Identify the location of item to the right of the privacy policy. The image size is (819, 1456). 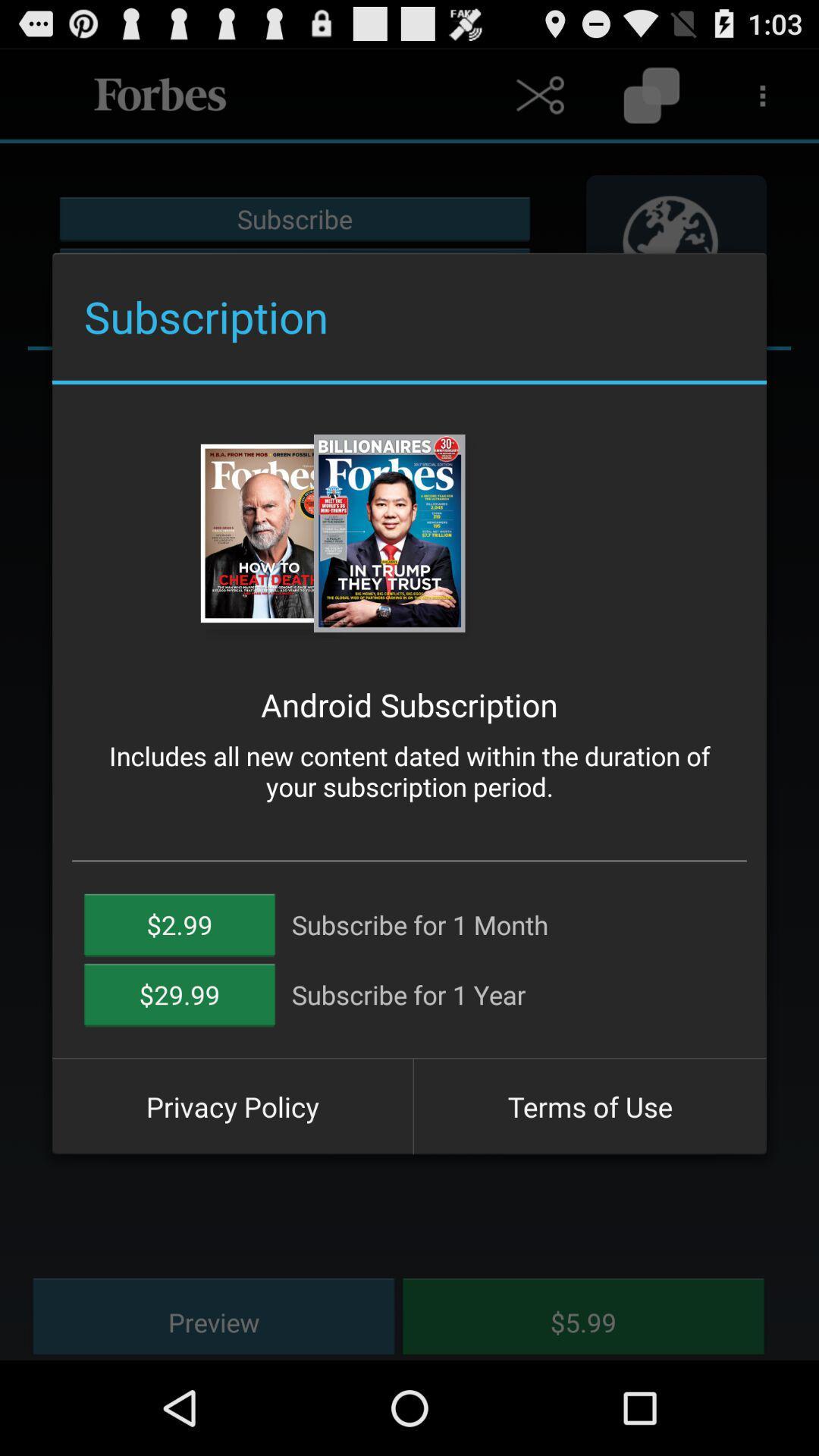
(589, 1106).